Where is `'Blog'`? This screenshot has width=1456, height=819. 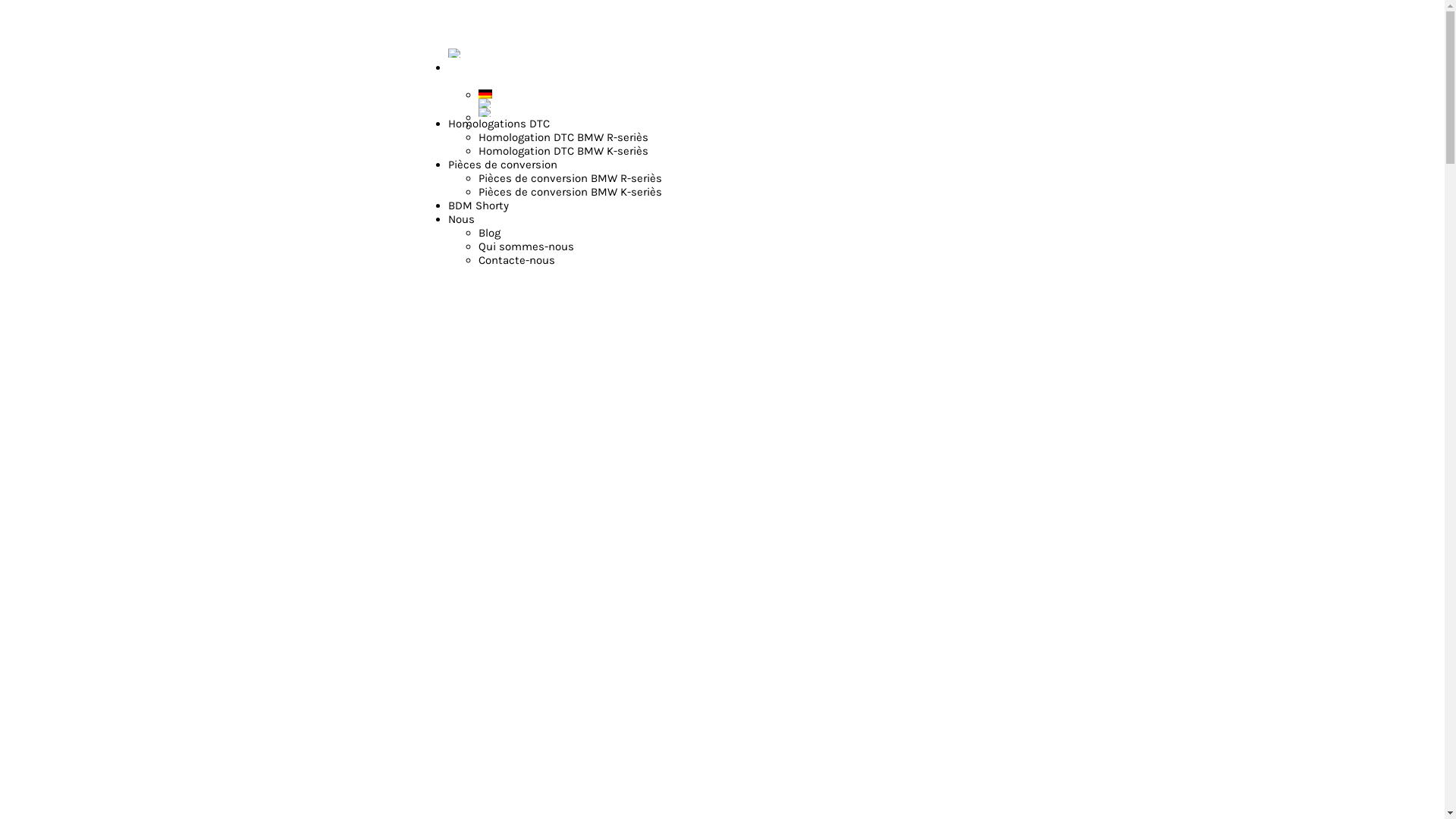 'Blog' is located at coordinates (477, 233).